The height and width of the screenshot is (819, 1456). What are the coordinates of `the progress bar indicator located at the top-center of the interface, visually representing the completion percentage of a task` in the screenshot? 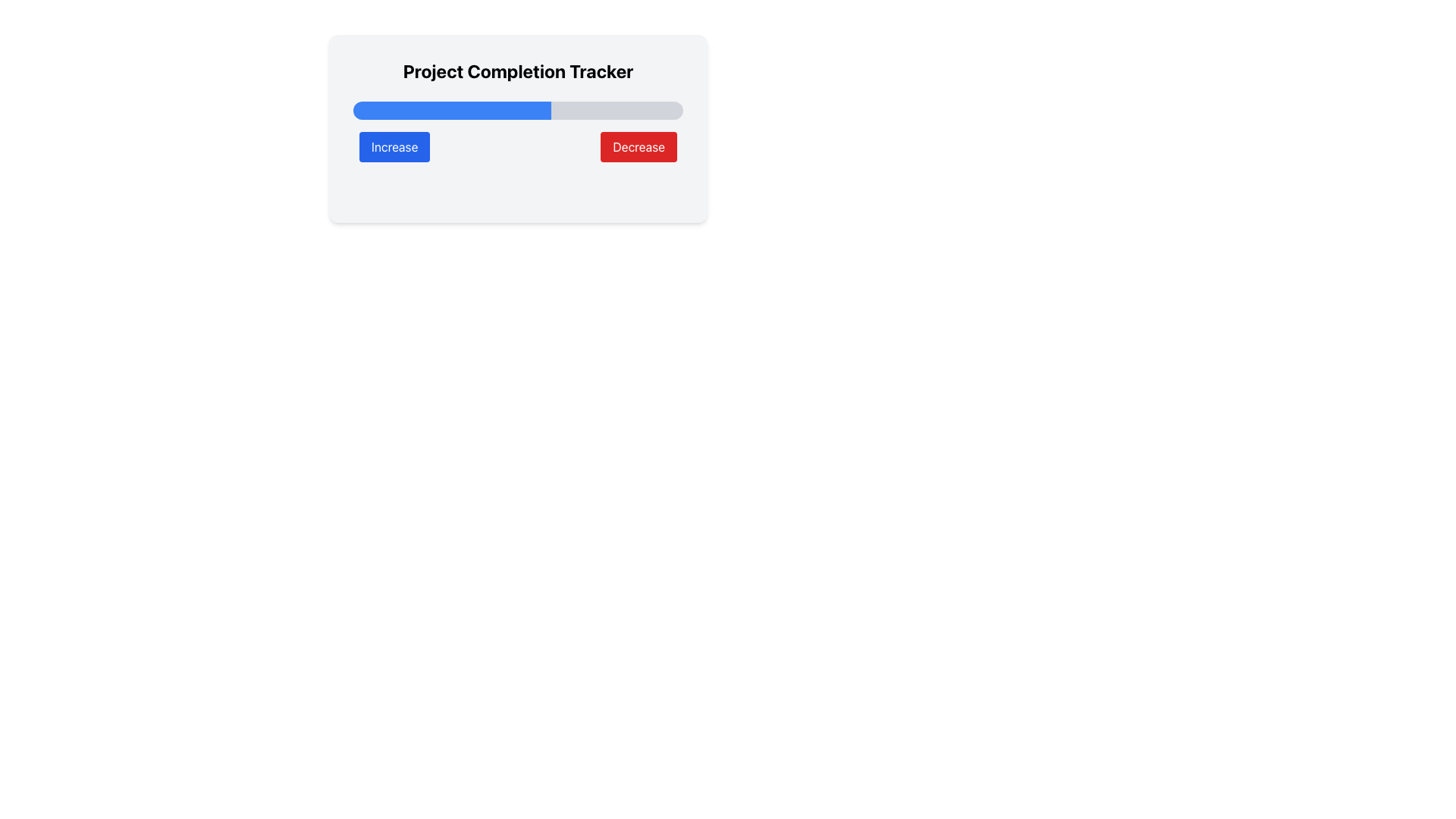 It's located at (451, 110).